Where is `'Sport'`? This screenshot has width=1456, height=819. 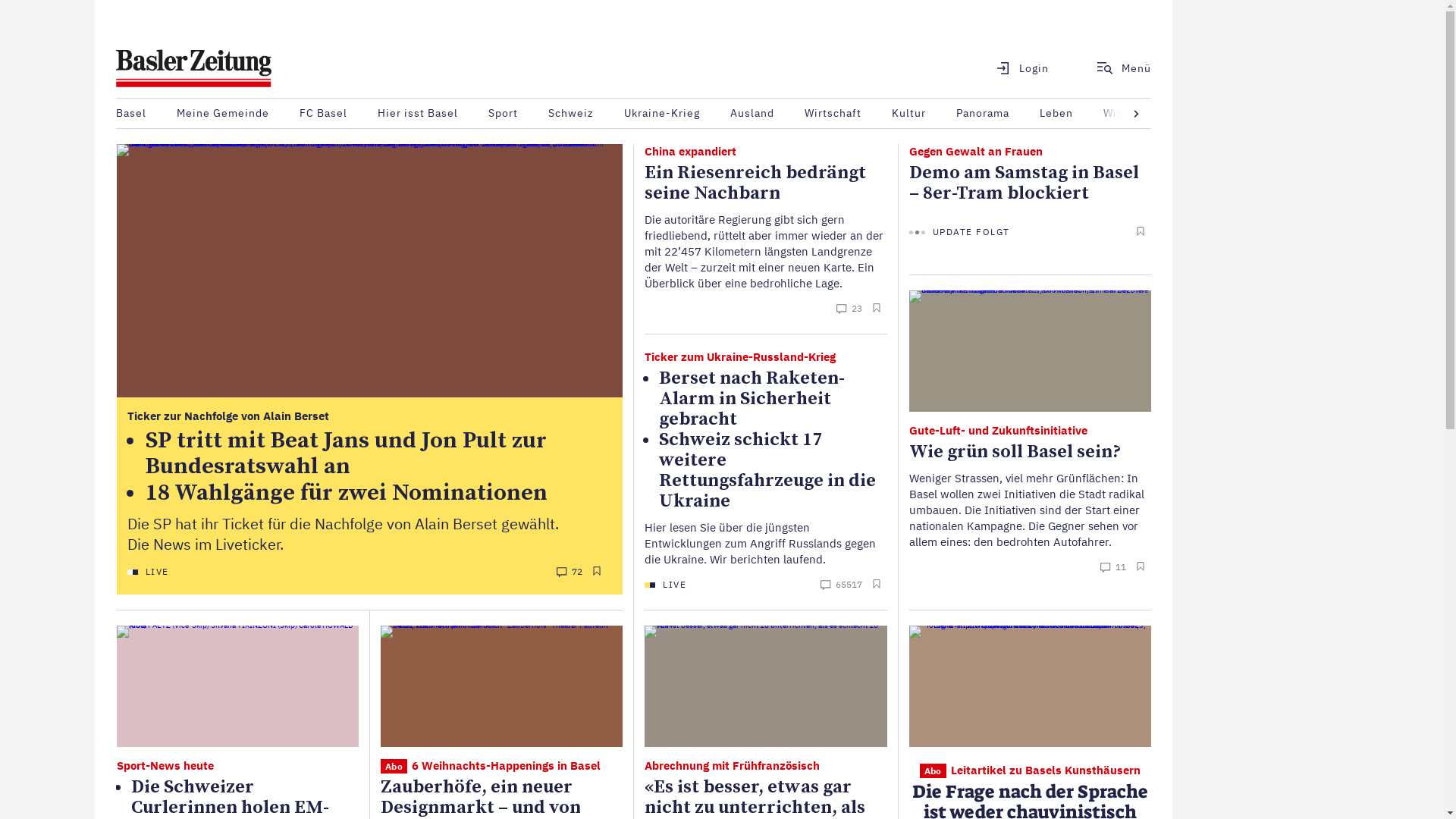
'Sport' is located at coordinates (503, 112).